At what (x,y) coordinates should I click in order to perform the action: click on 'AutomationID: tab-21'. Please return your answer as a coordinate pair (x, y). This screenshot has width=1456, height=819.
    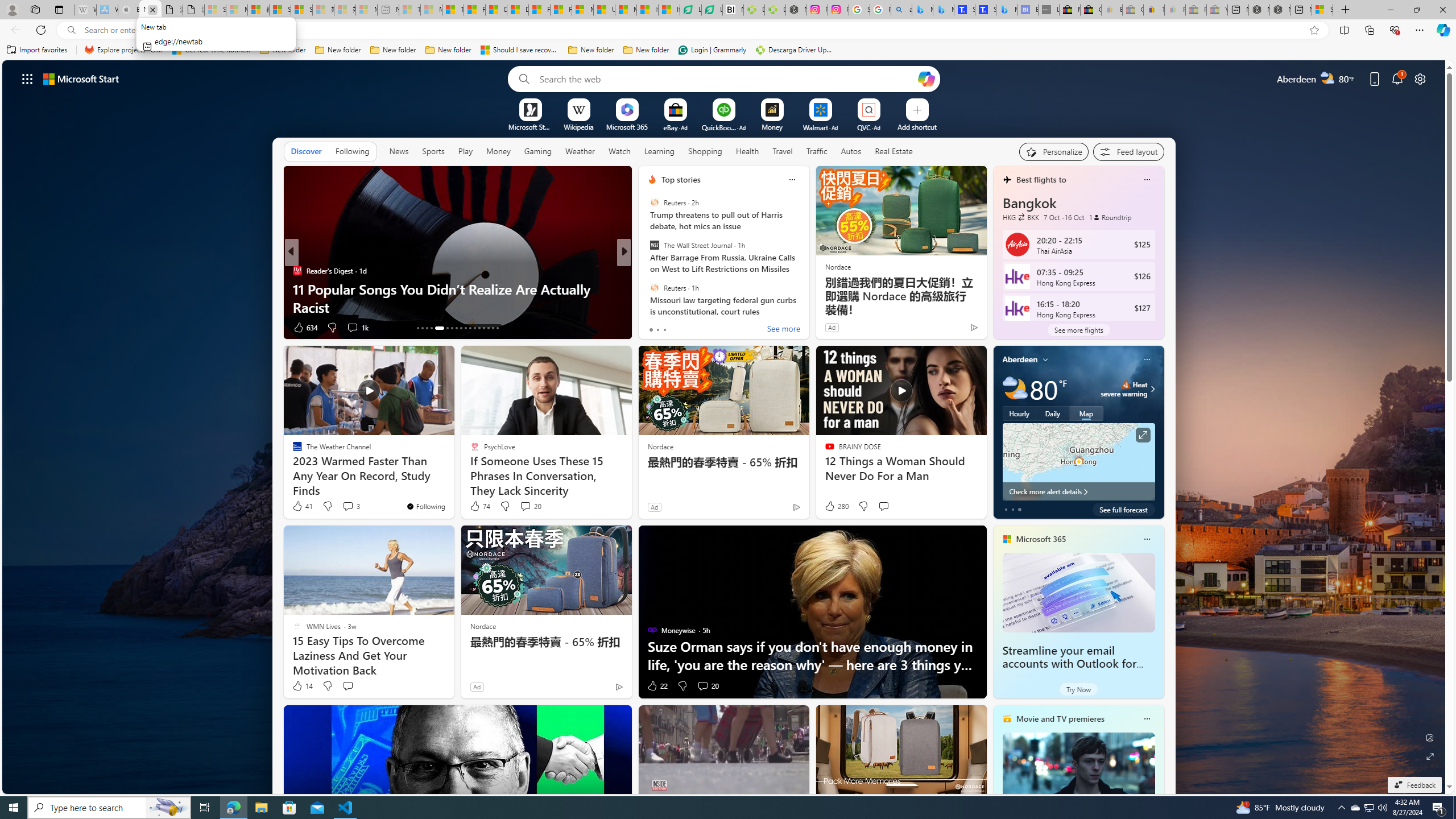
    Looking at the image, I should click on (461, 328).